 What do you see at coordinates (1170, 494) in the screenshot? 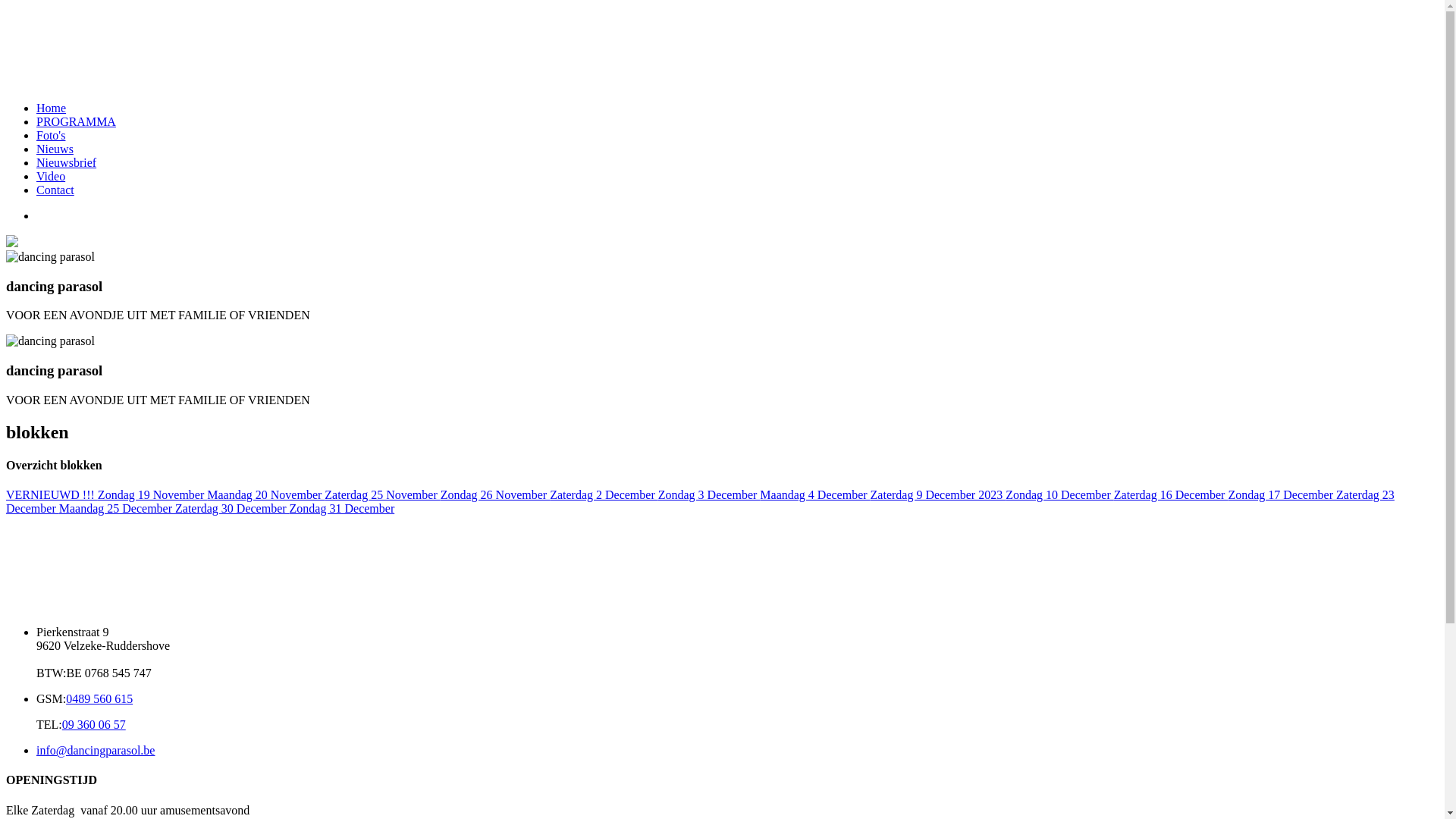
I see `'Zaterdag 16 December'` at bounding box center [1170, 494].